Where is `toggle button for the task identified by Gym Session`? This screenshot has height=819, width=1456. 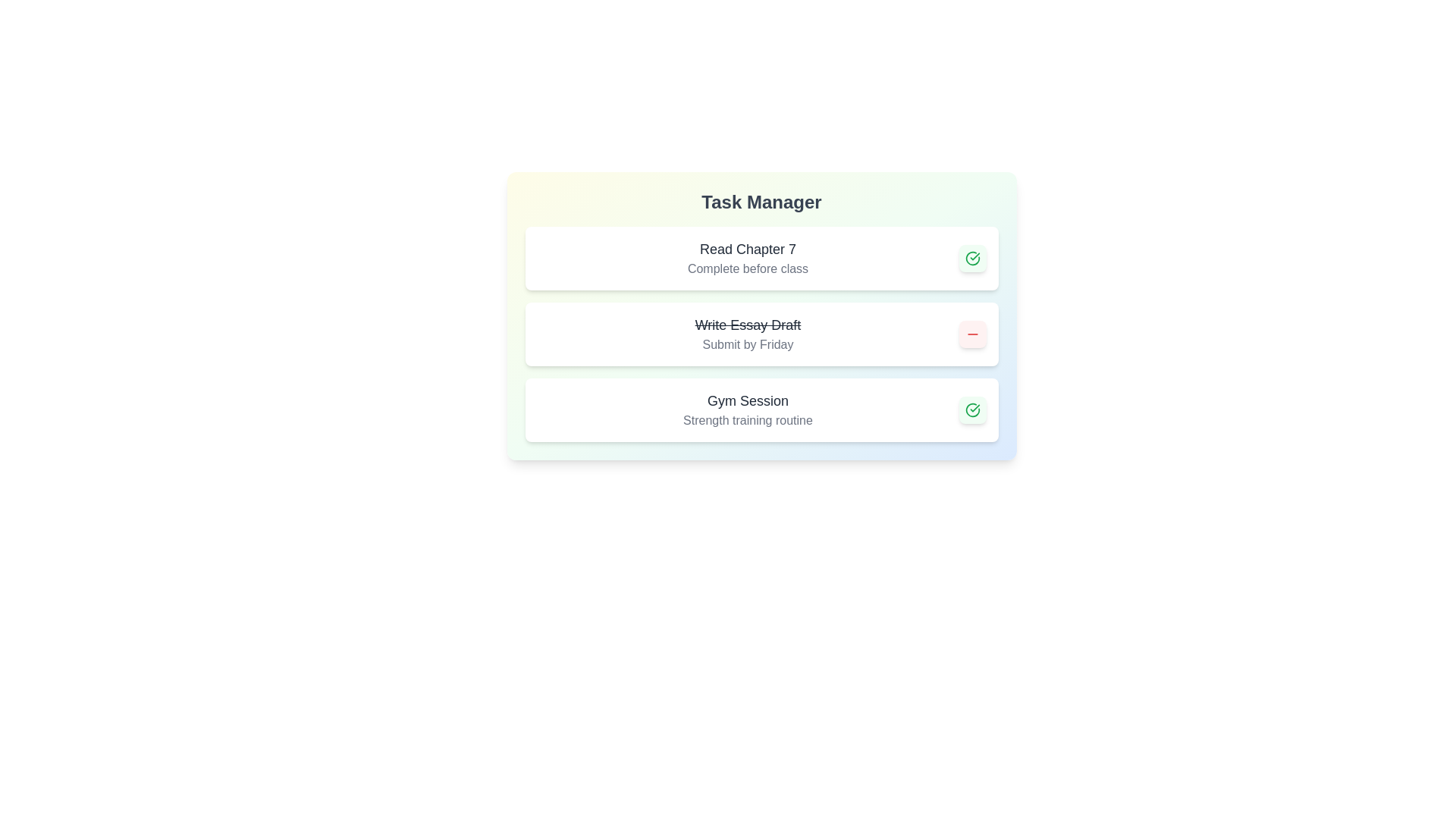
toggle button for the task identified by Gym Session is located at coordinates (972, 409).